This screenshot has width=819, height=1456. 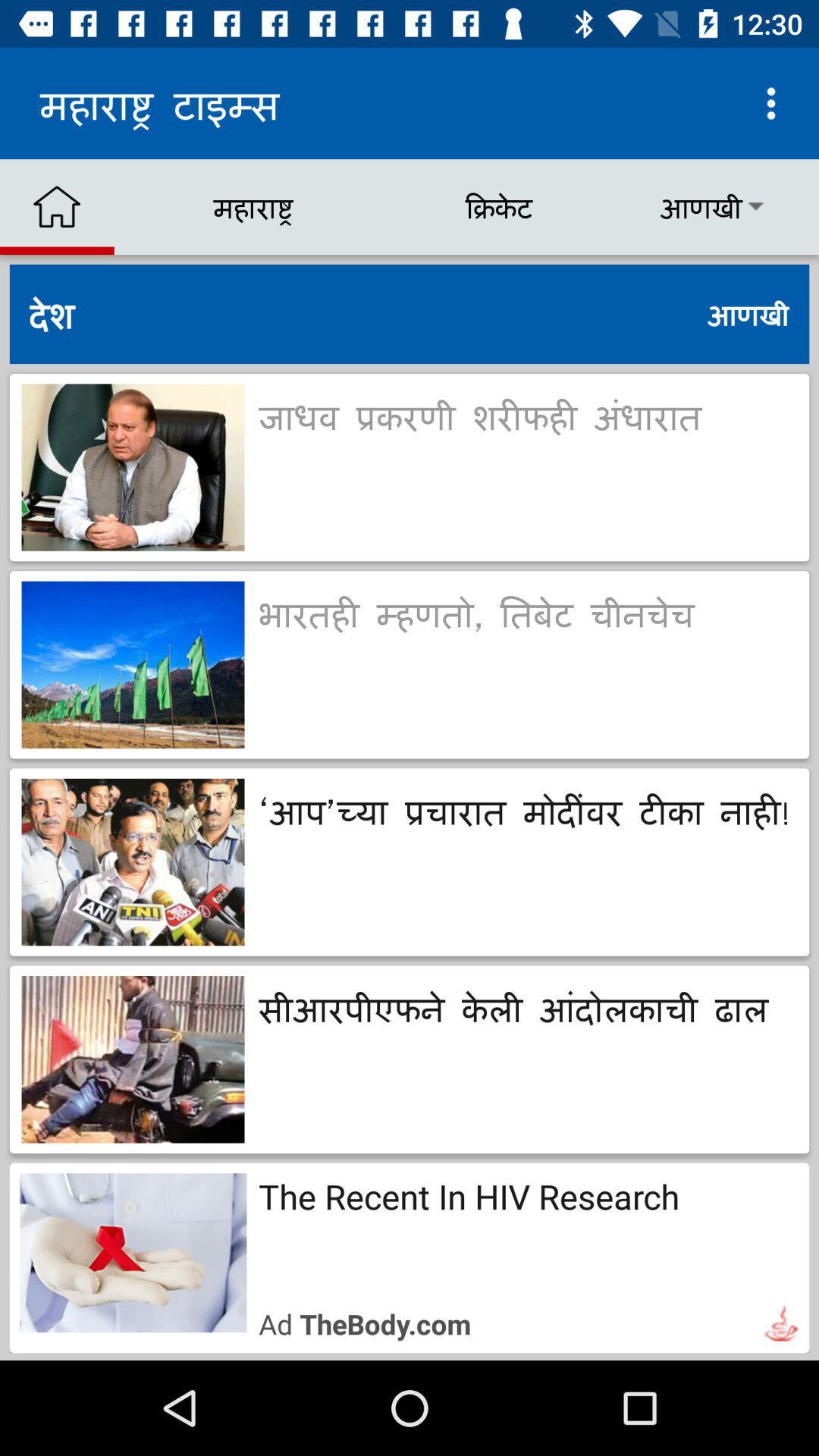 What do you see at coordinates (133, 665) in the screenshot?
I see `the second image of the page` at bounding box center [133, 665].